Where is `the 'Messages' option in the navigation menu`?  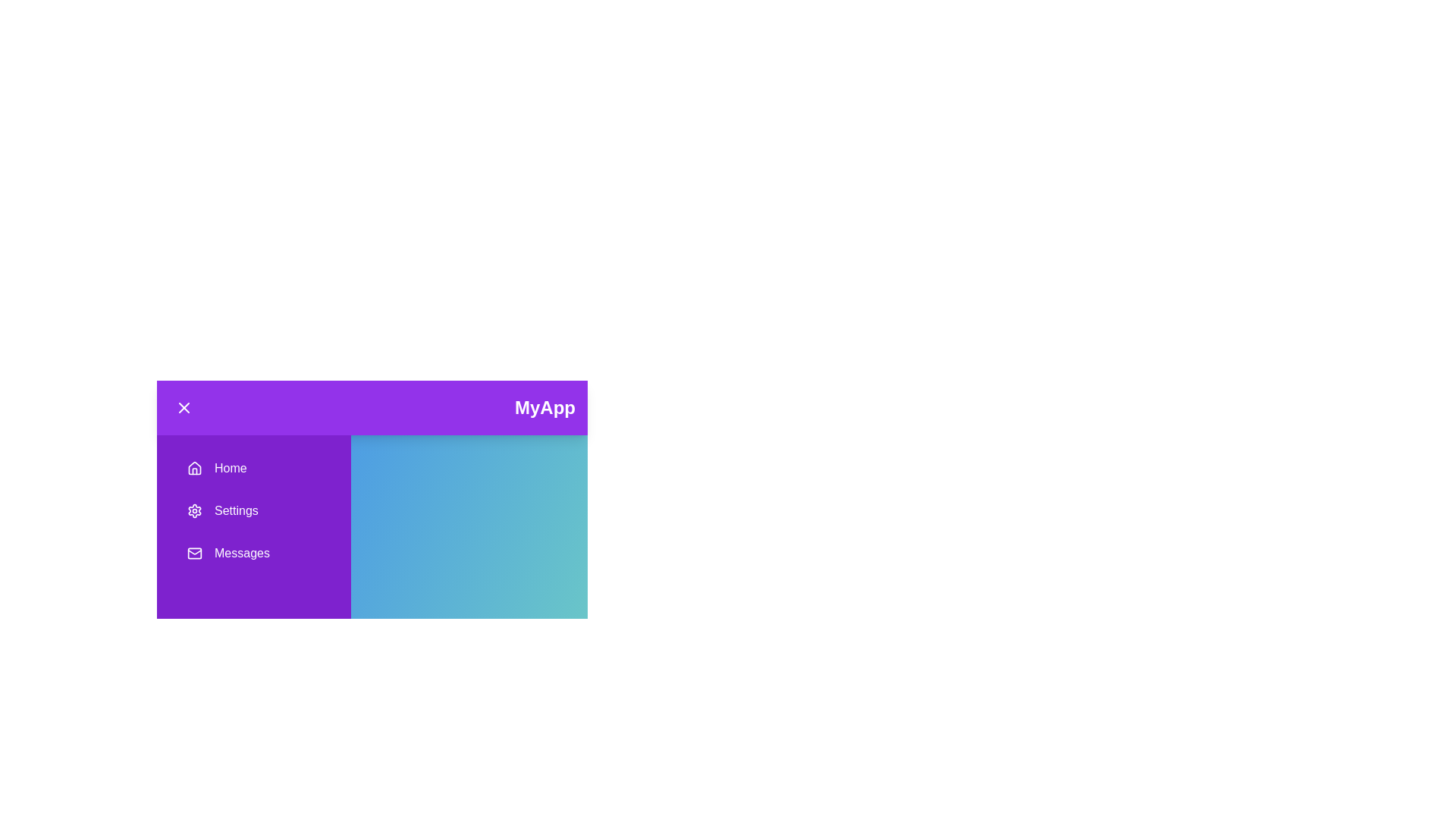 the 'Messages' option in the navigation menu is located at coordinates (254, 553).